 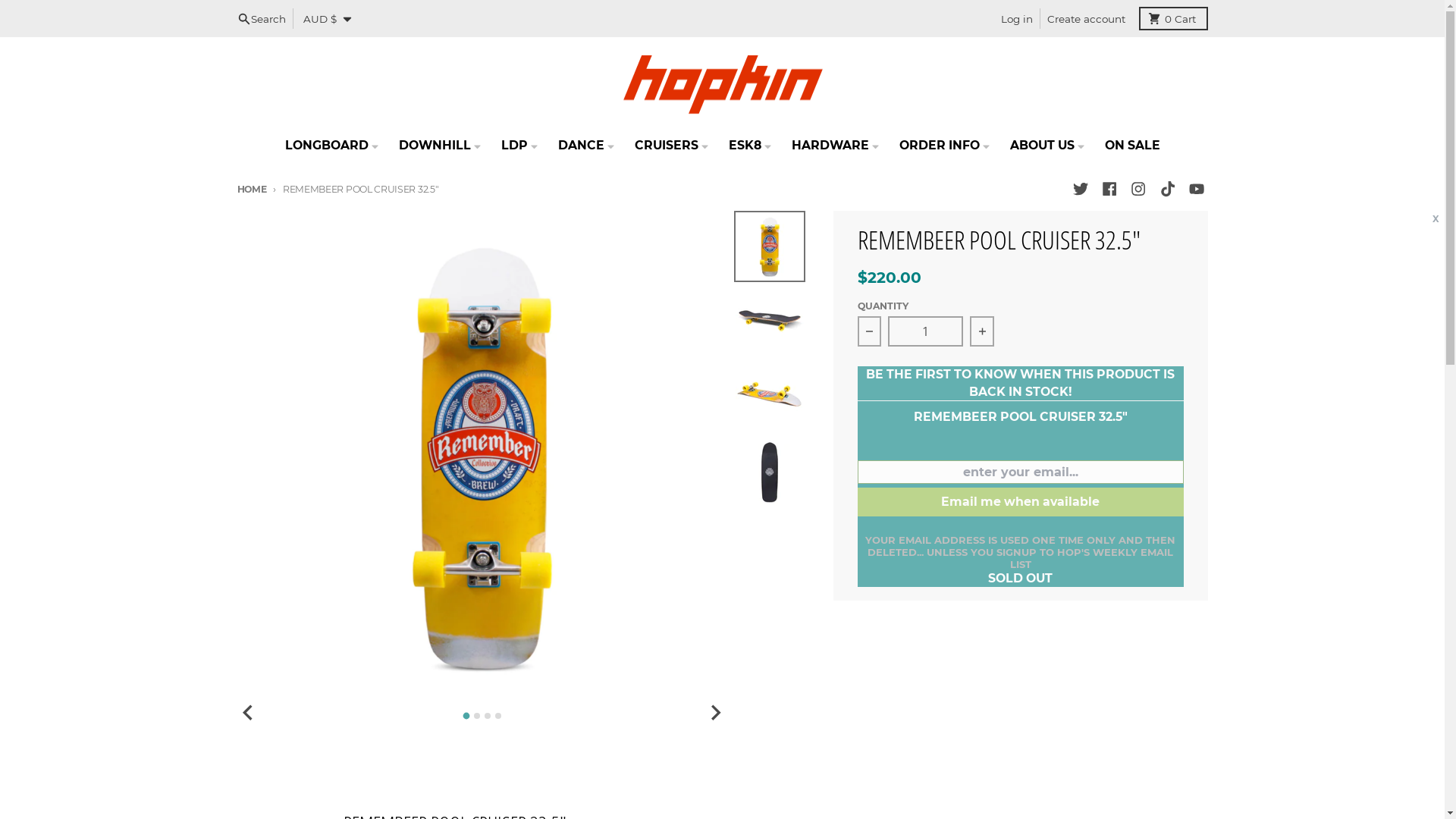 What do you see at coordinates (296, 18) in the screenshot?
I see `'AUD $'` at bounding box center [296, 18].